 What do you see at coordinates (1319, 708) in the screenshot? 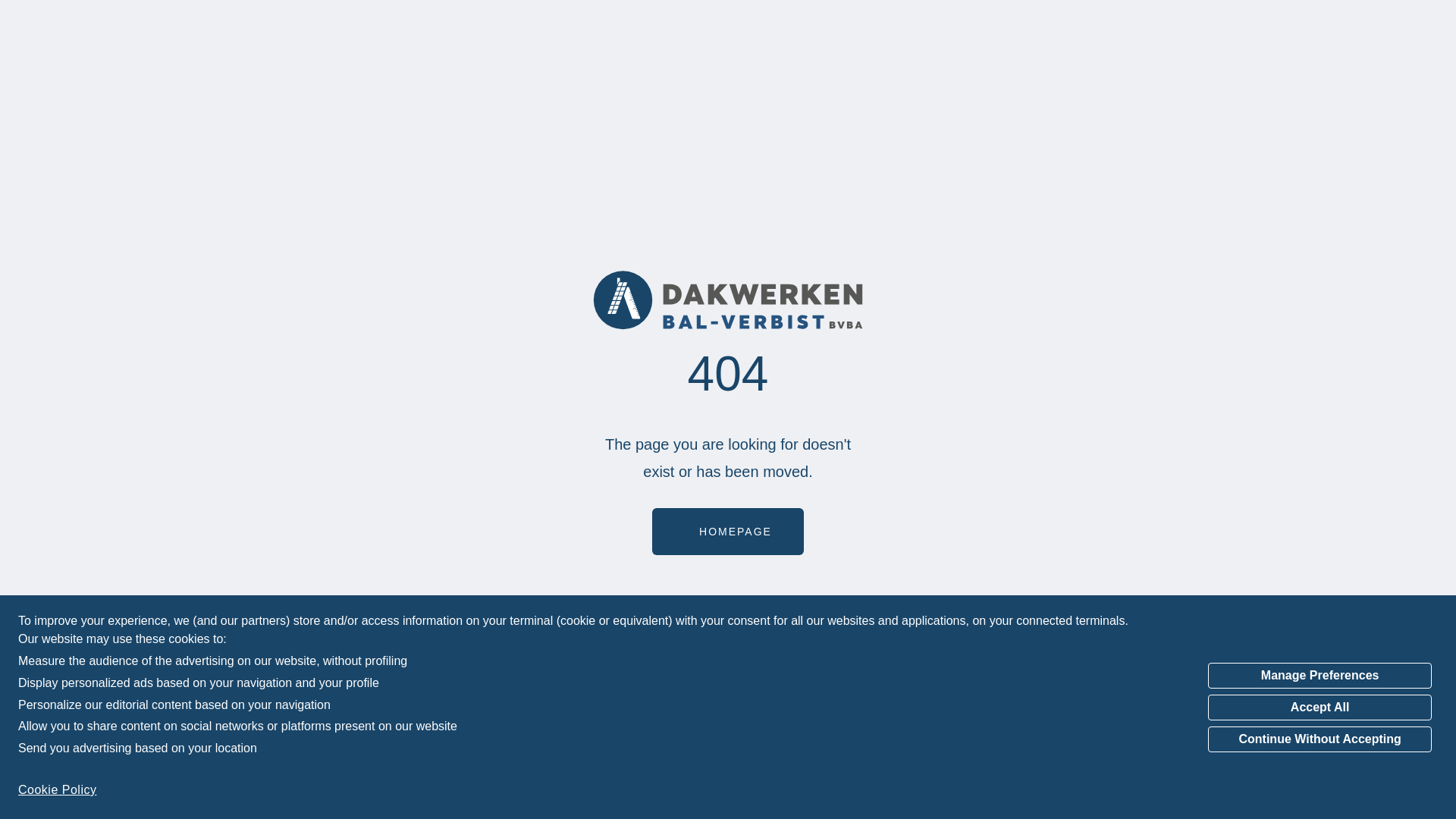
I see `'Accept All'` at bounding box center [1319, 708].